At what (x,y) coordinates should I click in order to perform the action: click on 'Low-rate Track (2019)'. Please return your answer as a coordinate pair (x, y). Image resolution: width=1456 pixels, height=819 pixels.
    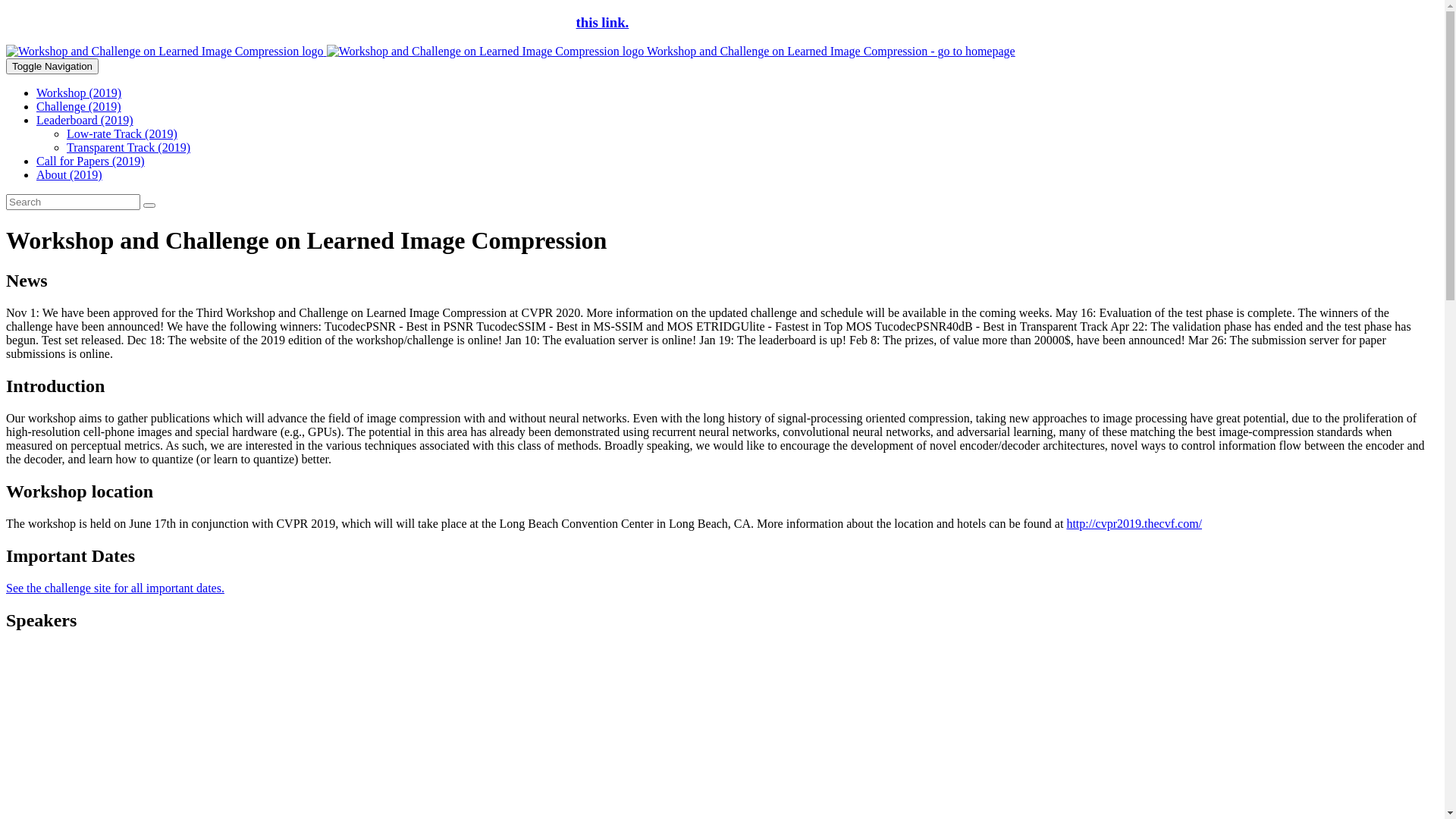
    Looking at the image, I should click on (122, 133).